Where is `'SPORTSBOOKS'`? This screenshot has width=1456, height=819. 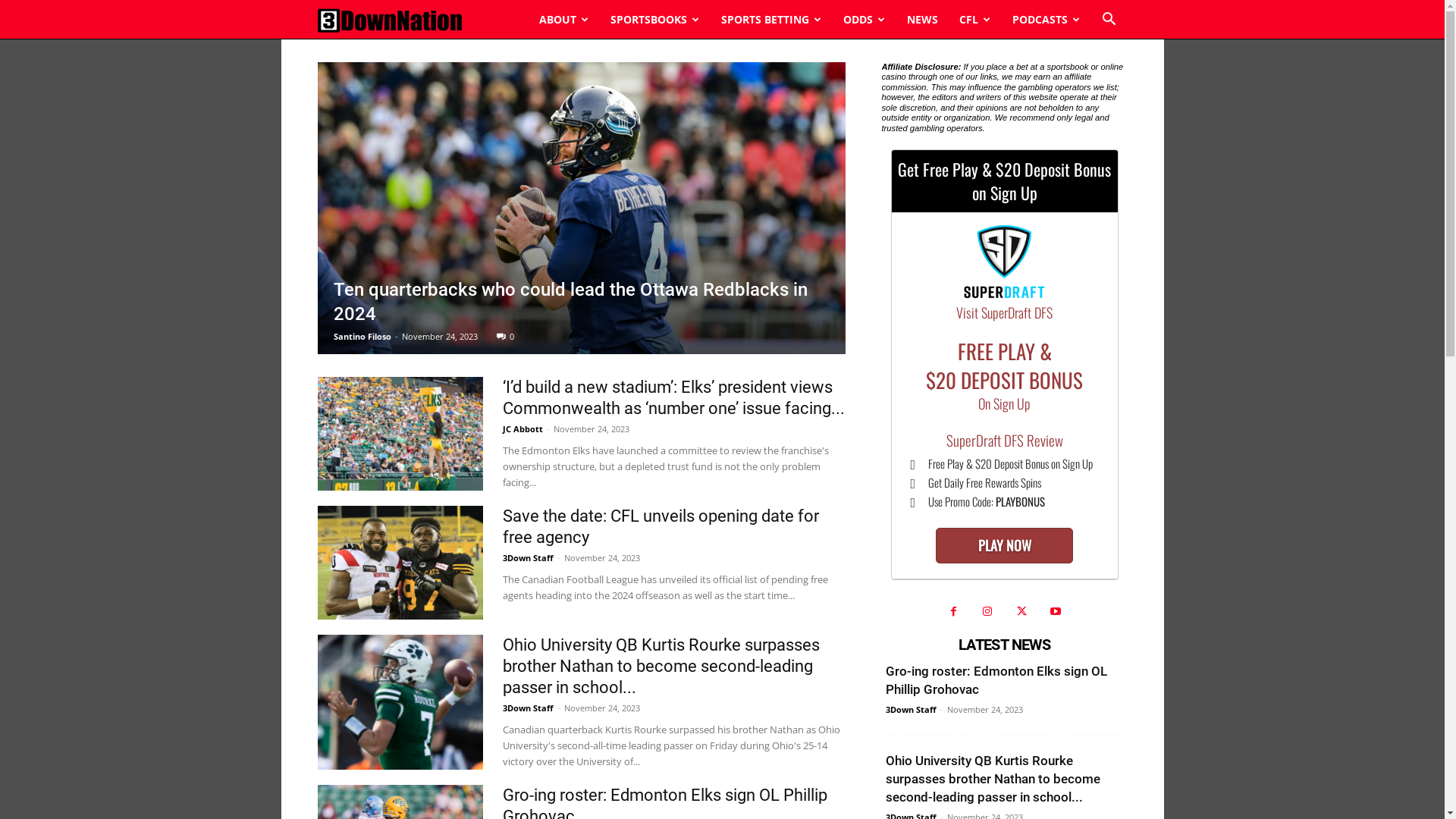
'SPORTSBOOKS' is located at coordinates (654, 20).